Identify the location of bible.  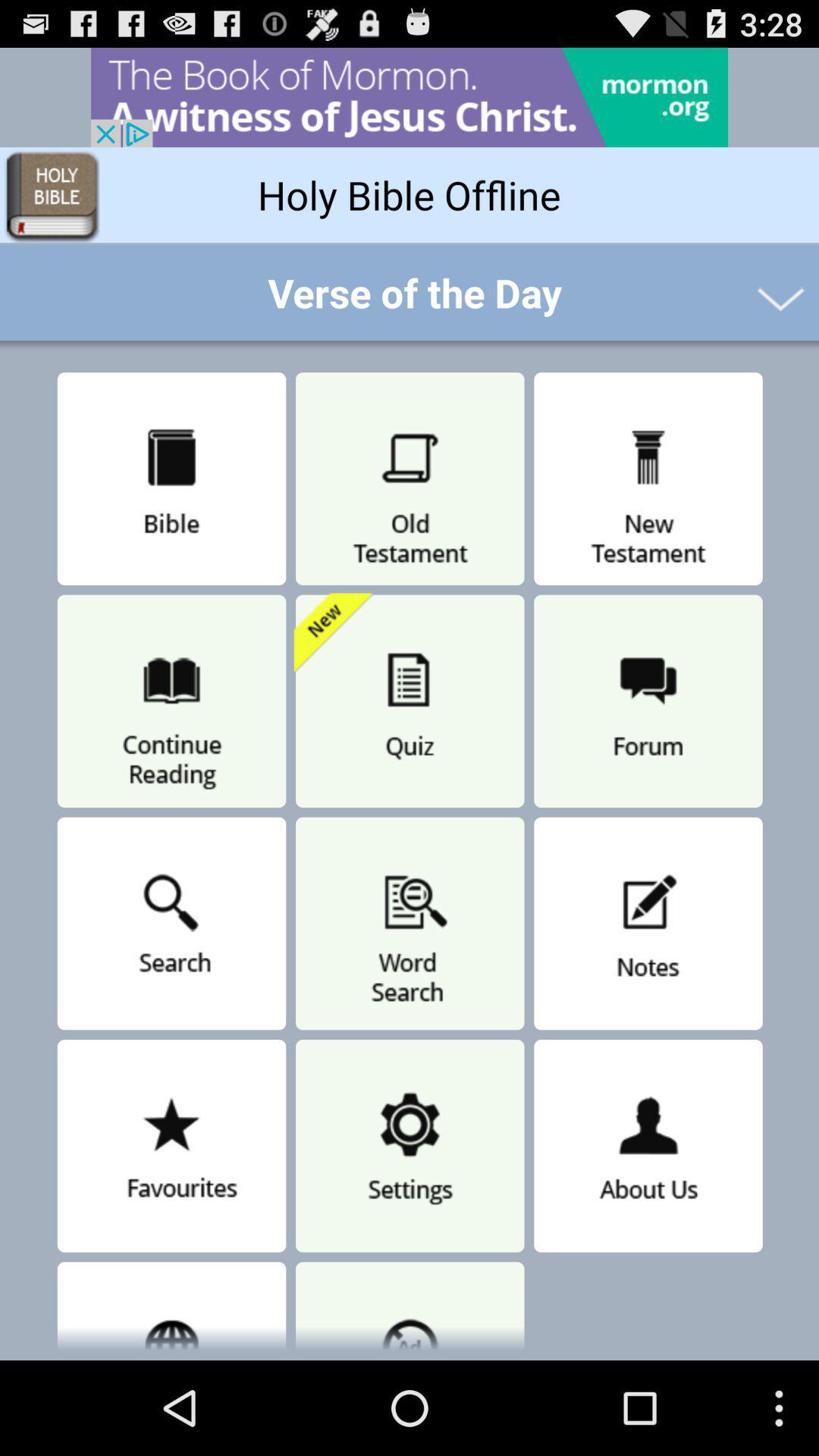
(171, 479).